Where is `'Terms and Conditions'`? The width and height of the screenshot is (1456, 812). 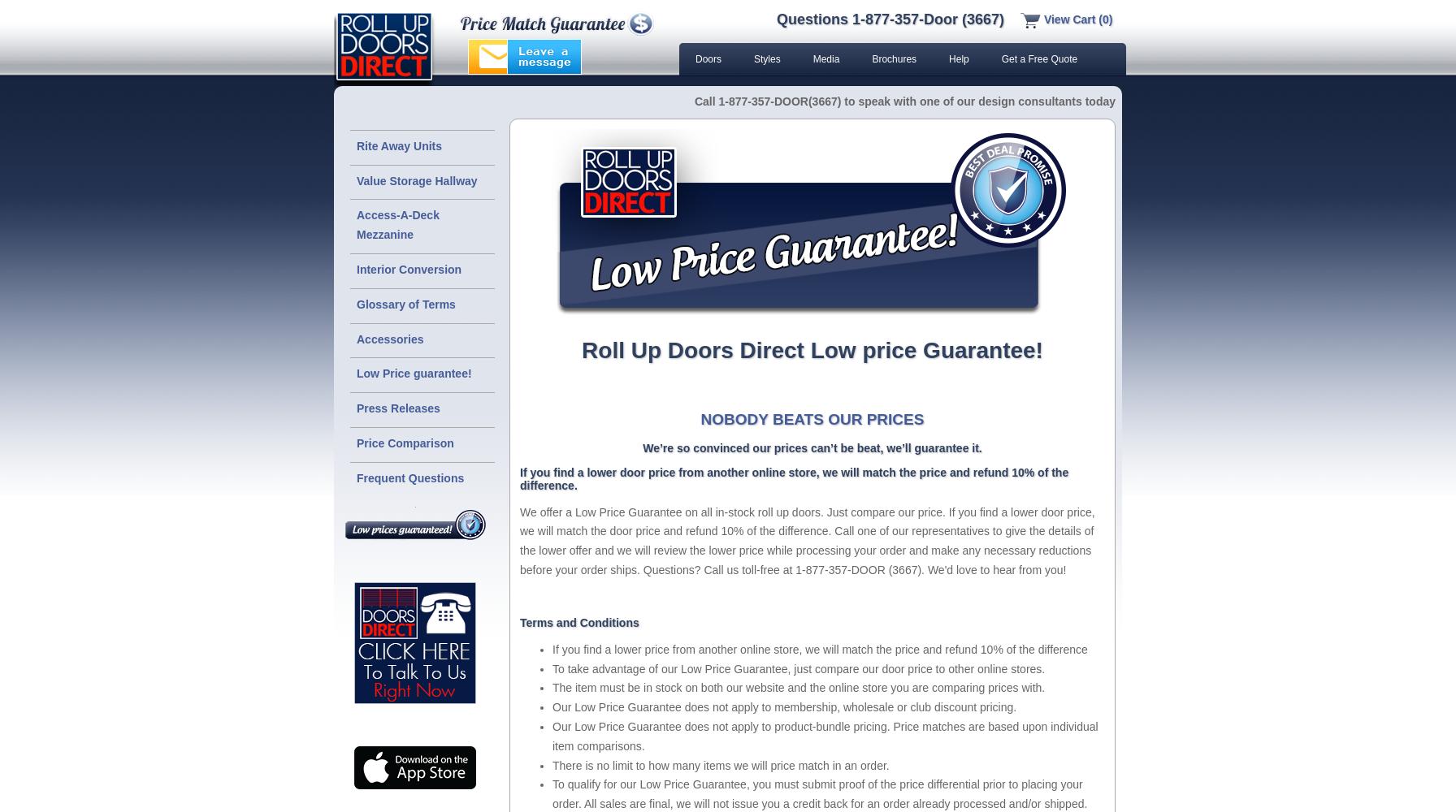
'Terms and Conditions' is located at coordinates (579, 622).